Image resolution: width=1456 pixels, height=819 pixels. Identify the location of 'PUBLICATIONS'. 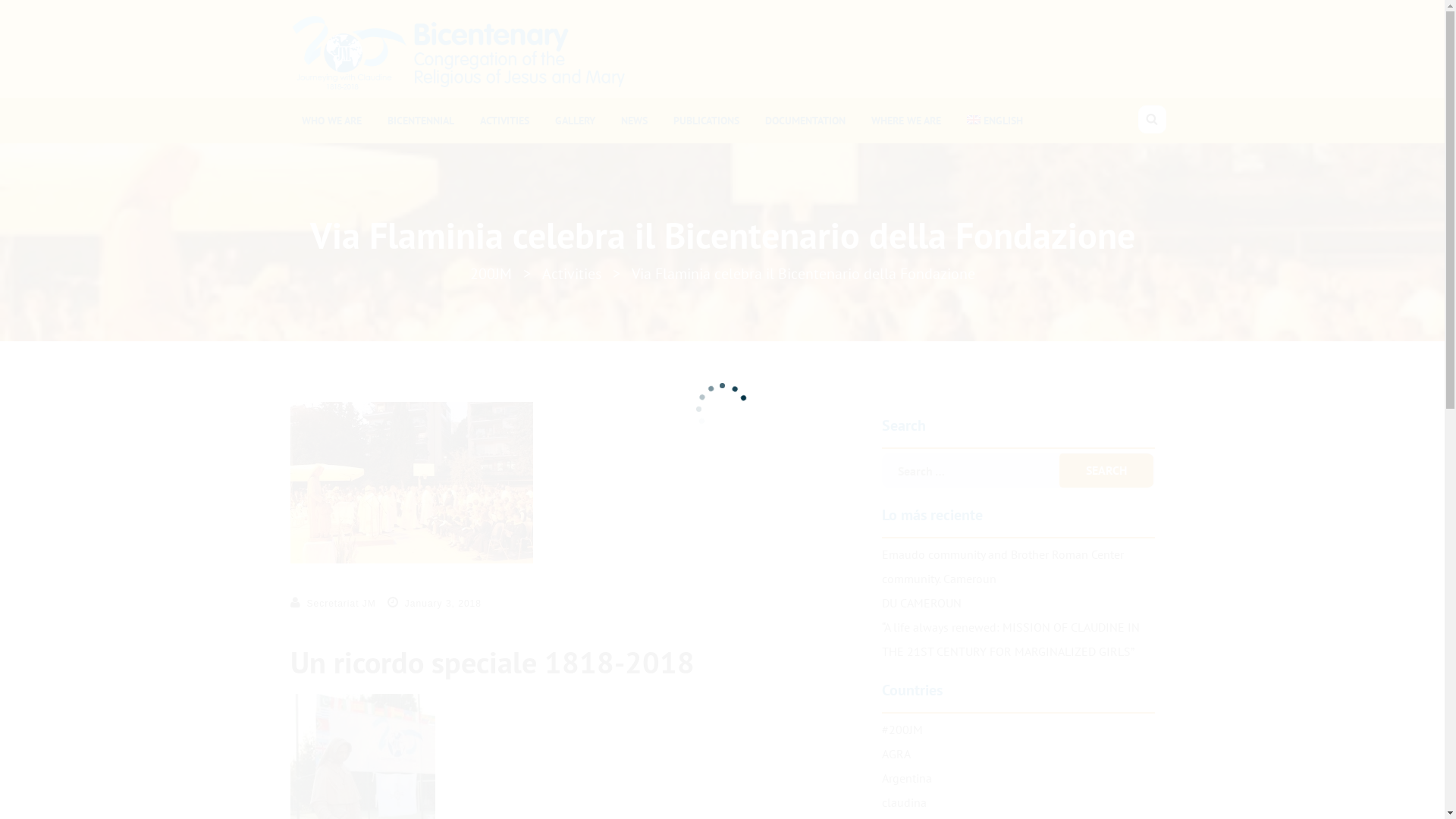
(661, 119).